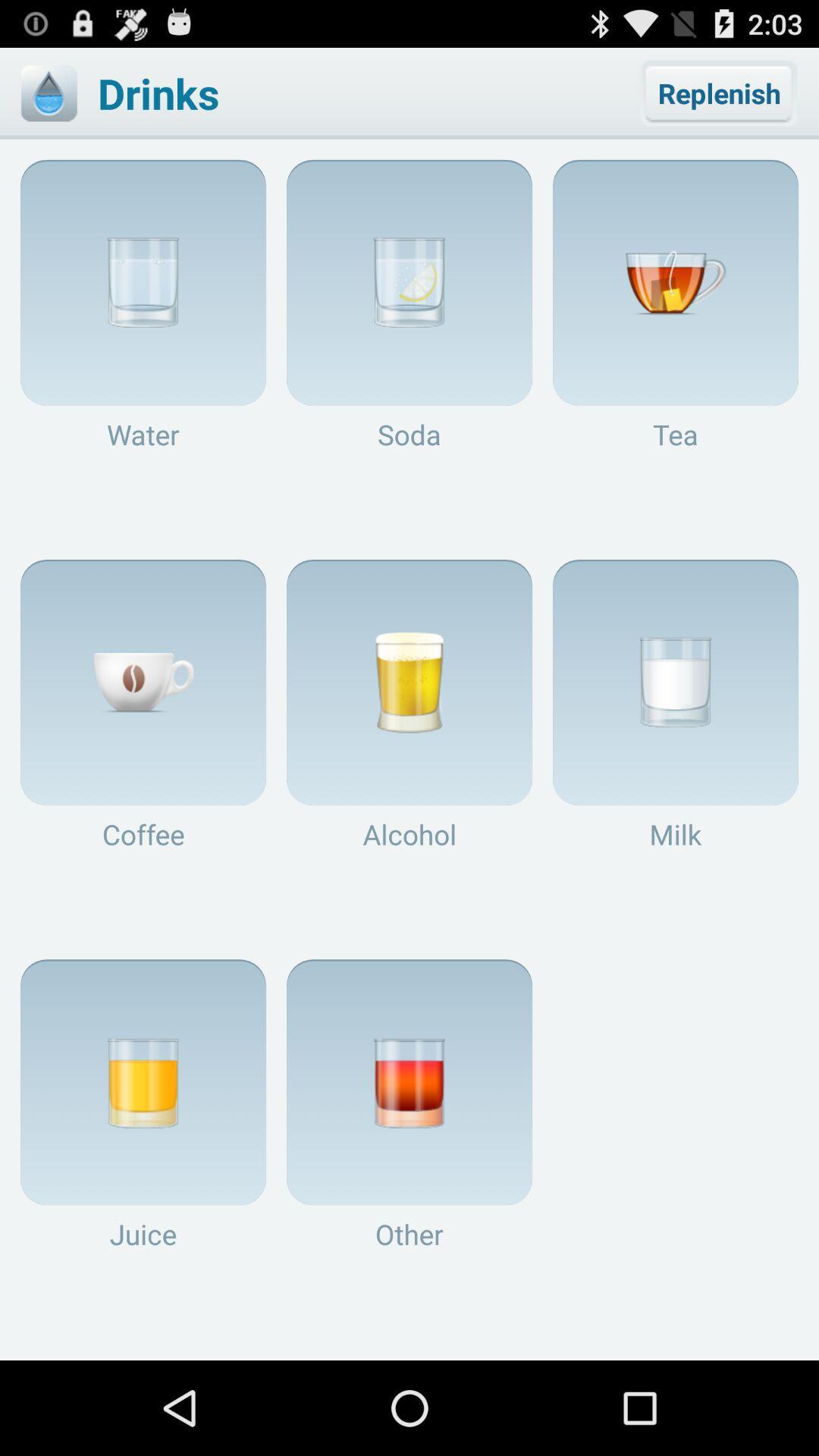 This screenshot has height=1456, width=819. What do you see at coordinates (718, 93) in the screenshot?
I see `the item to the right of the drinks app` at bounding box center [718, 93].